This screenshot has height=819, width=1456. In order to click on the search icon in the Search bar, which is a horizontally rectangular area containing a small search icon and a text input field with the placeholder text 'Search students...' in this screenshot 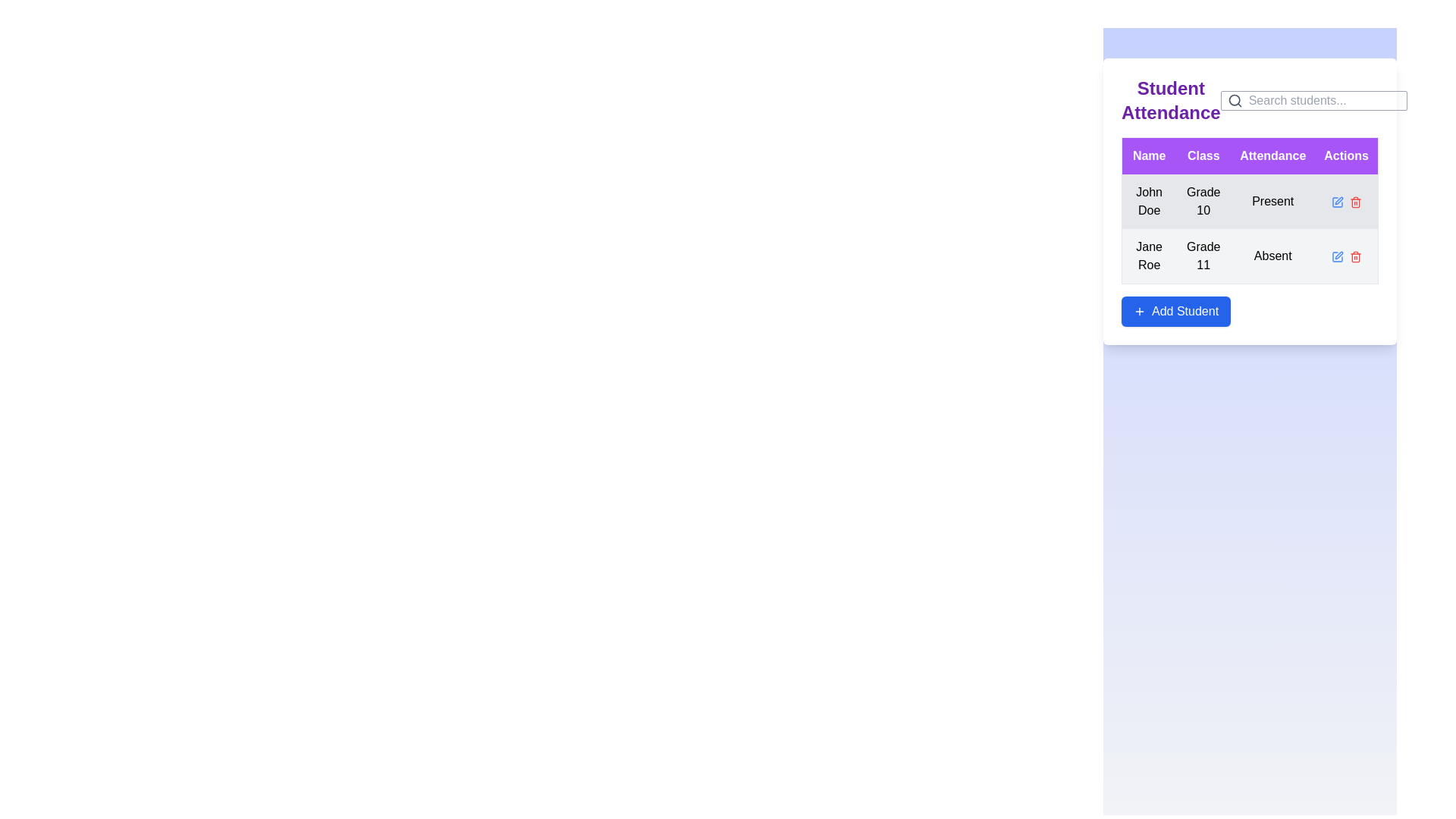, I will do `click(1313, 100)`.